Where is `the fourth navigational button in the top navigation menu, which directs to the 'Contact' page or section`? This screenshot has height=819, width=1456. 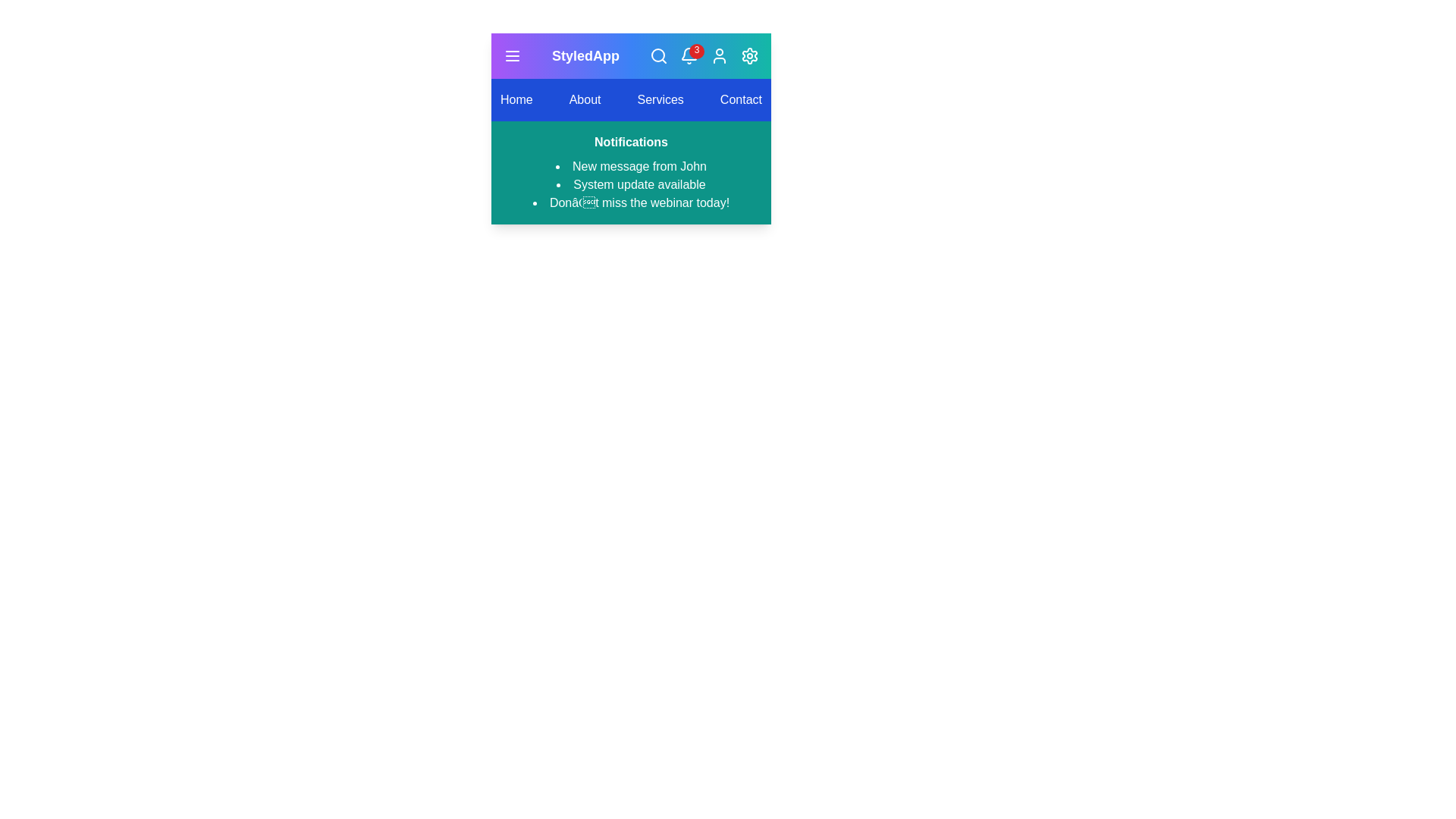 the fourth navigational button in the top navigation menu, which directs to the 'Contact' page or section is located at coordinates (741, 99).